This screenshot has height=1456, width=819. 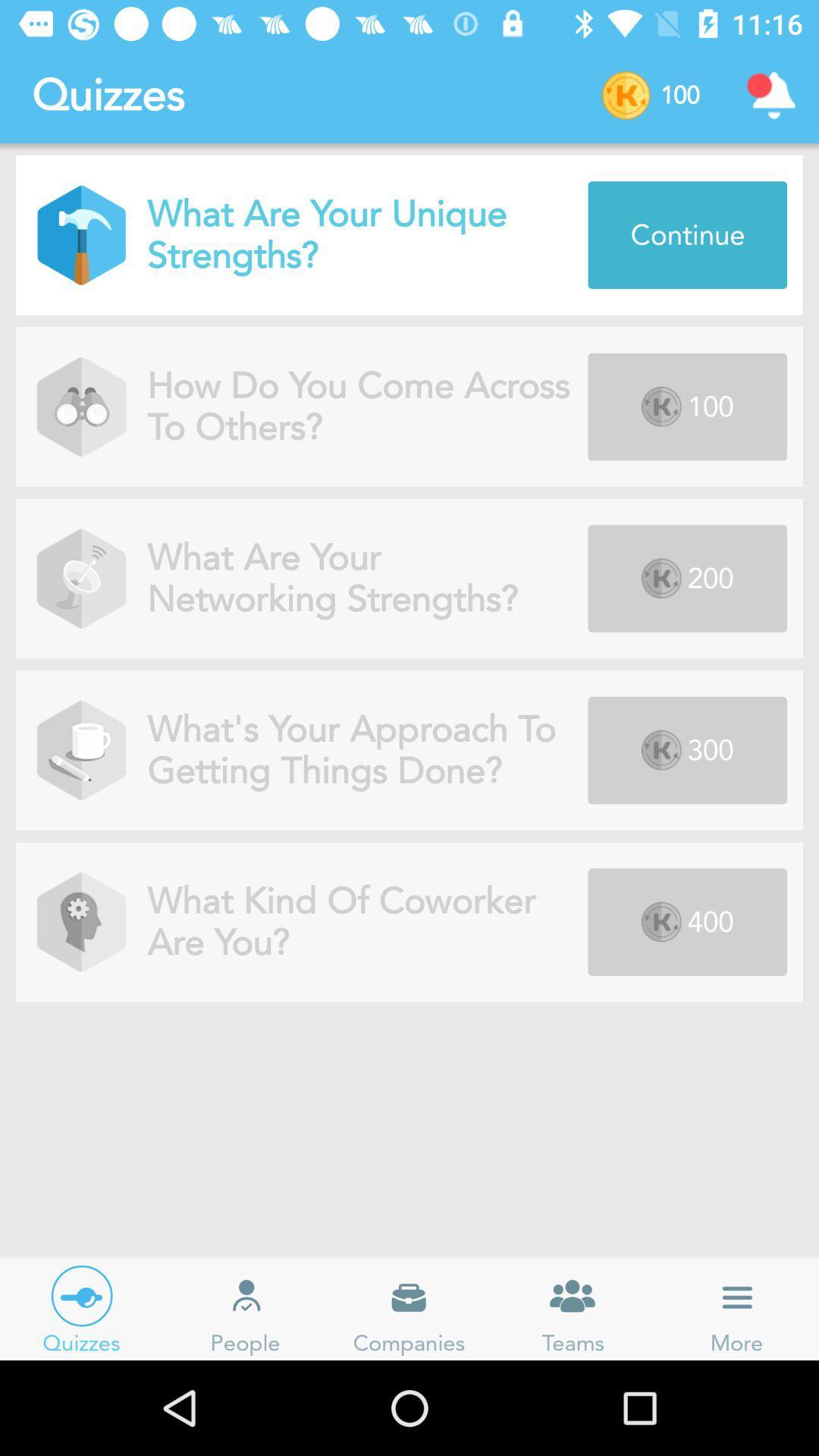 What do you see at coordinates (687, 234) in the screenshot?
I see `the blue button which is on the right side of the page` at bounding box center [687, 234].